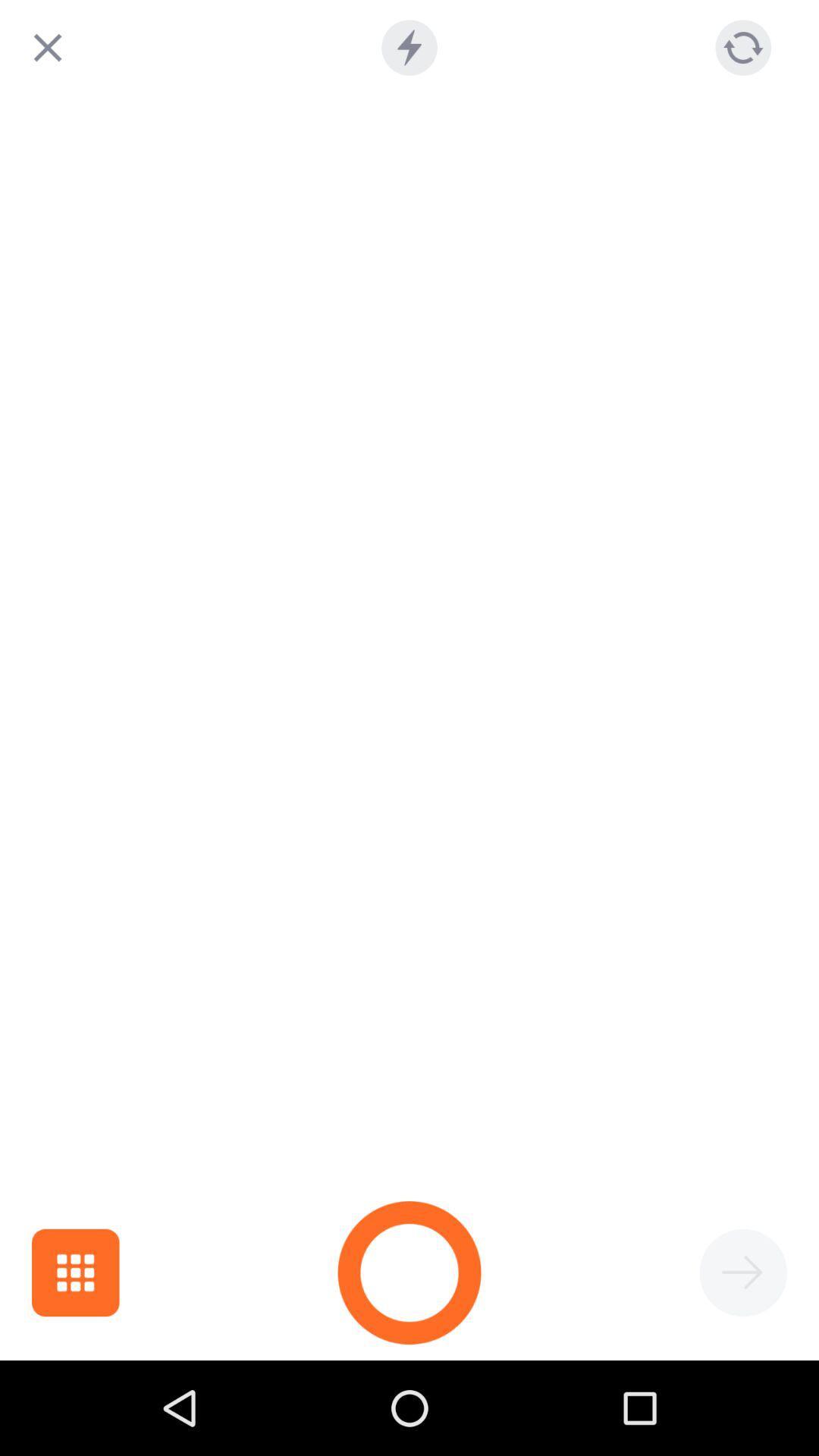  What do you see at coordinates (742, 47) in the screenshot?
I see `refresh page` at bounding box center [742, 47].